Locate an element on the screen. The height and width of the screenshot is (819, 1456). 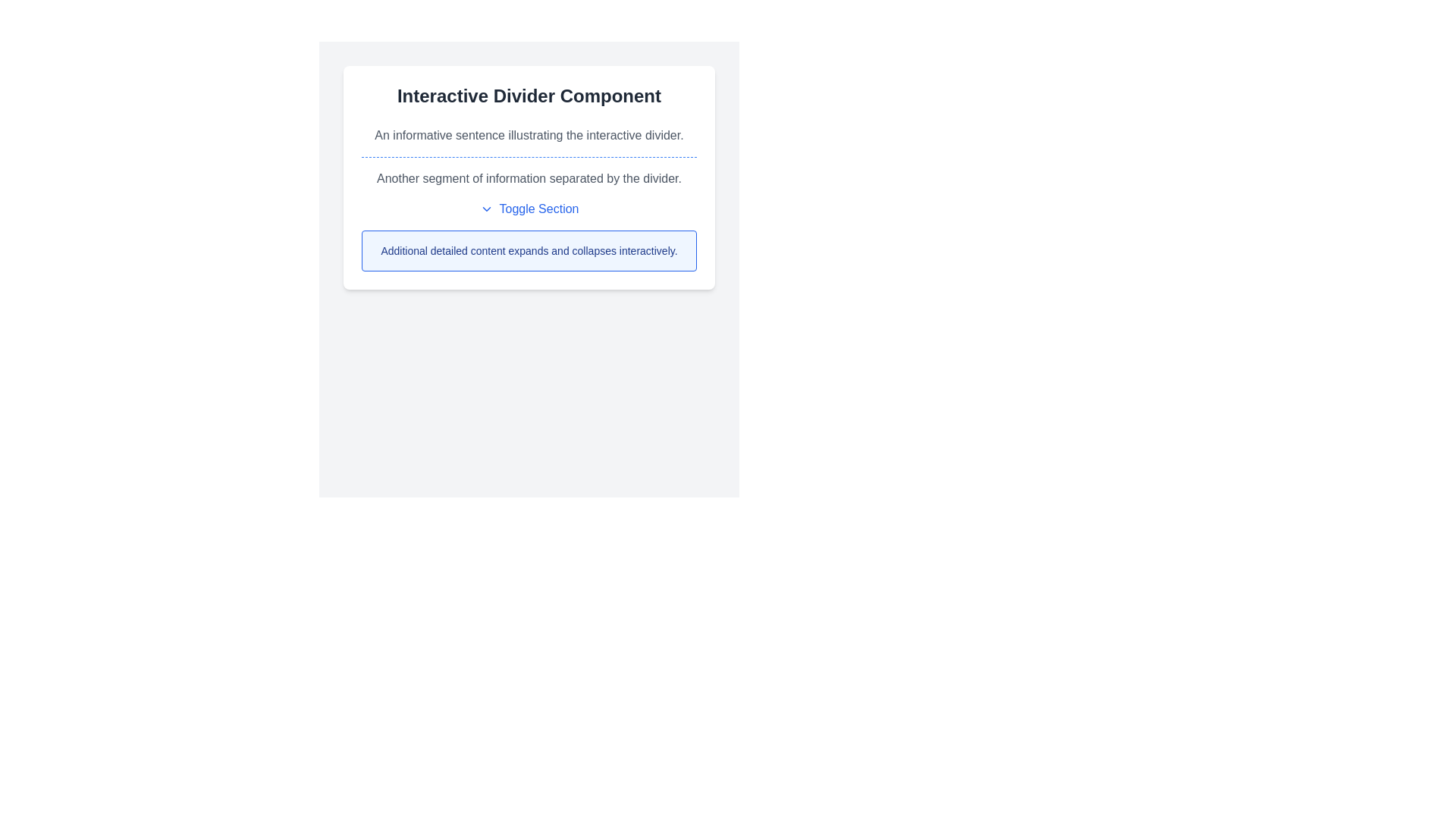
the visual divider located within the white card interface, positioned centrally between two paragraphs of text is located at coordinates (529, 157).